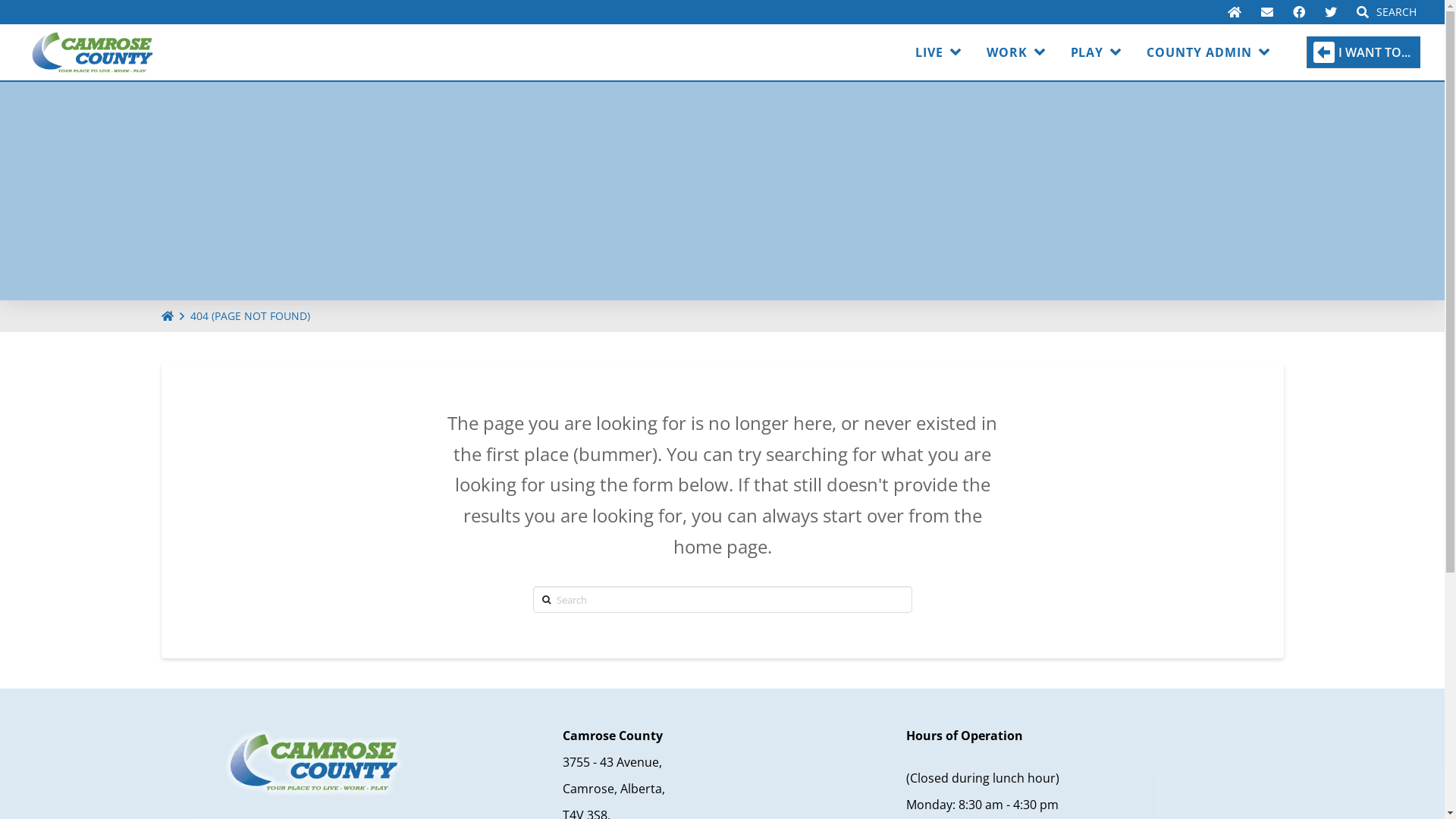 This screenshot has width=1456, height=819. What do you see at coordinates (249, 315) in the screenshot?
I see `'404 (PAGE NOT FOUND)'` at bounding box center [249, 315].